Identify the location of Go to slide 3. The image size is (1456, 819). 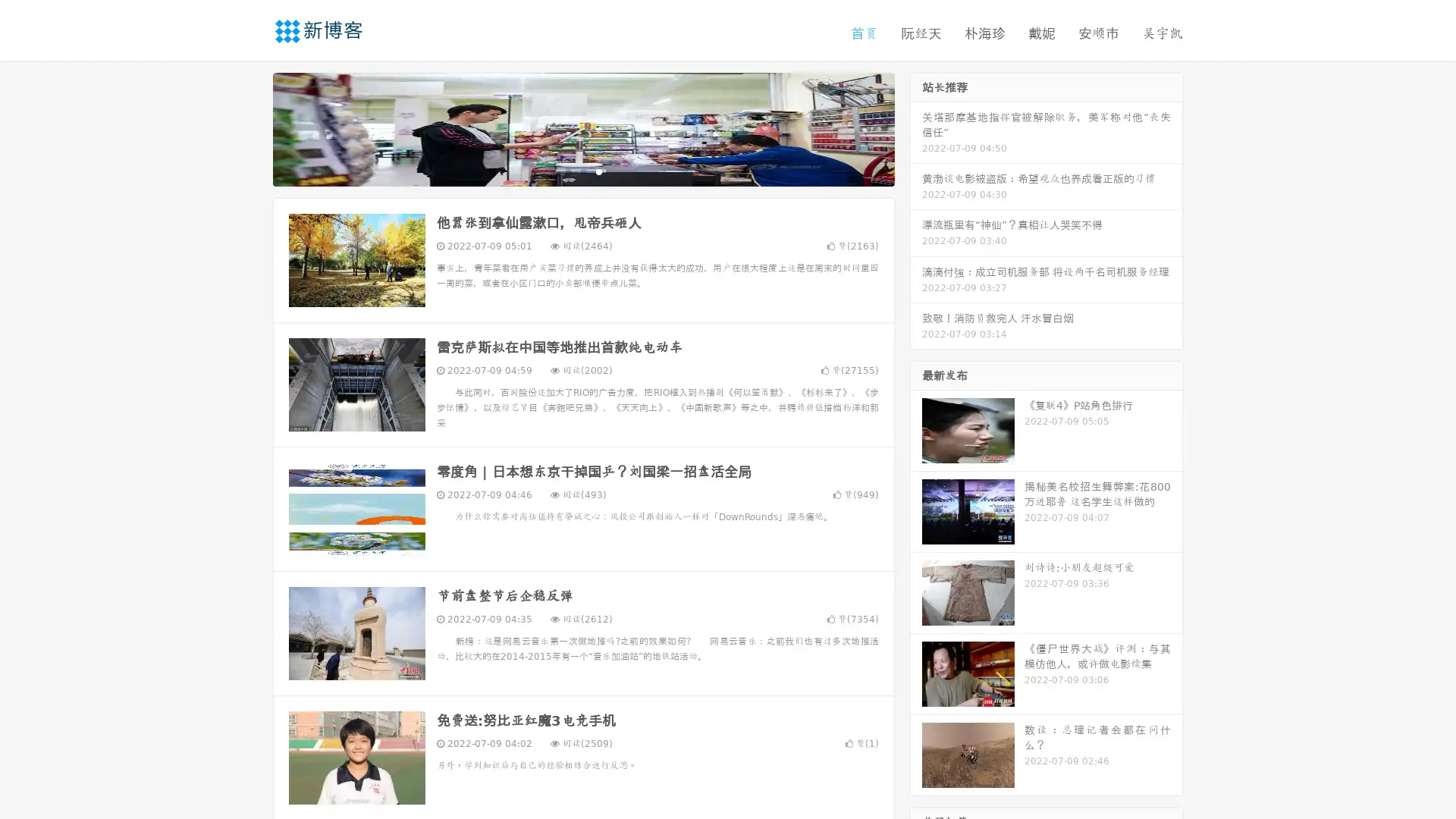
(598, 171).